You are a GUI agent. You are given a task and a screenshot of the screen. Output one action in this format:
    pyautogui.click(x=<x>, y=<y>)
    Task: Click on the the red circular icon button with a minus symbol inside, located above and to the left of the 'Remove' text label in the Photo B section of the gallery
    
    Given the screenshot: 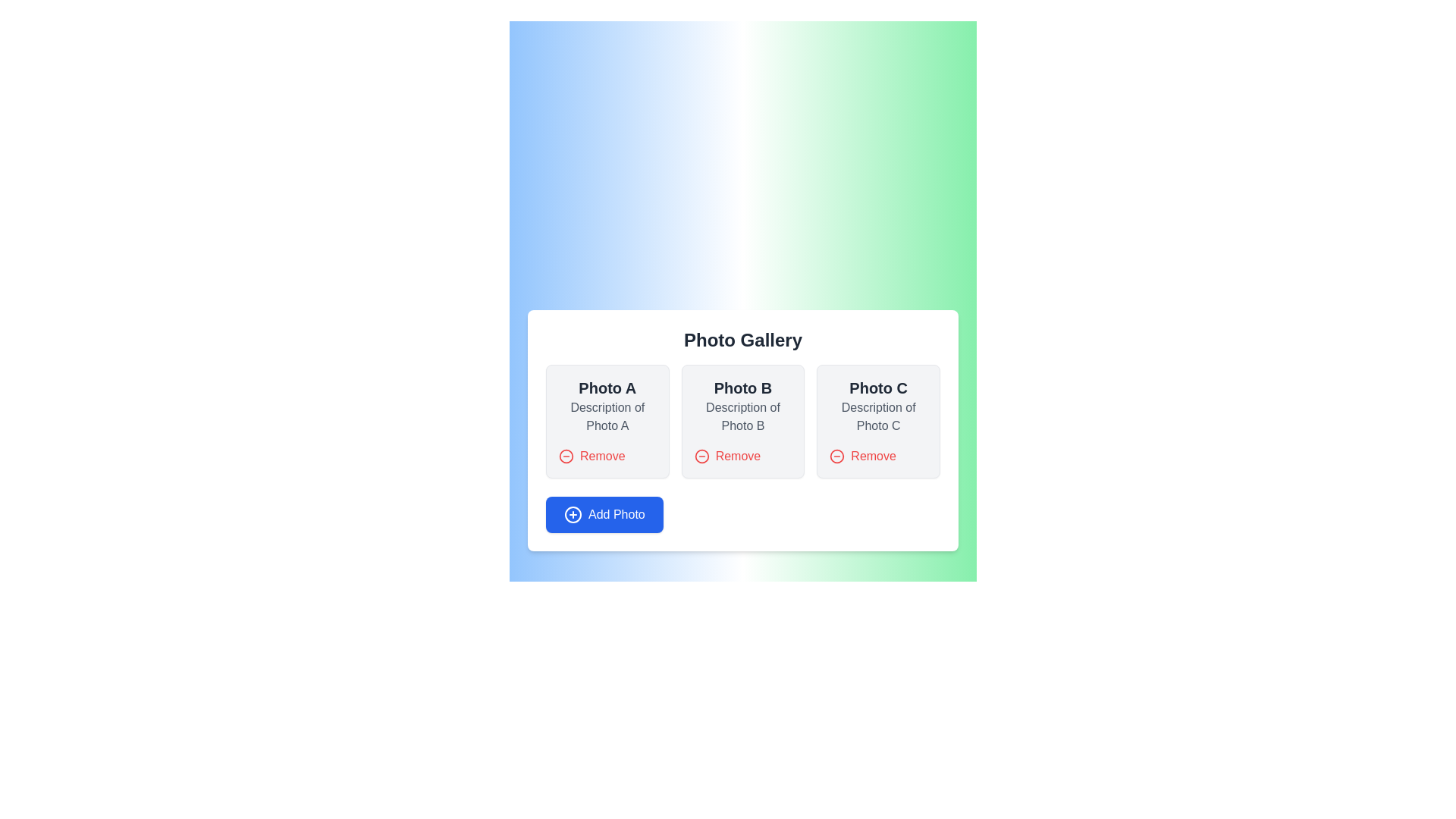 What is the action you would take?
    pyautogui.click(x=566, y=455)
    